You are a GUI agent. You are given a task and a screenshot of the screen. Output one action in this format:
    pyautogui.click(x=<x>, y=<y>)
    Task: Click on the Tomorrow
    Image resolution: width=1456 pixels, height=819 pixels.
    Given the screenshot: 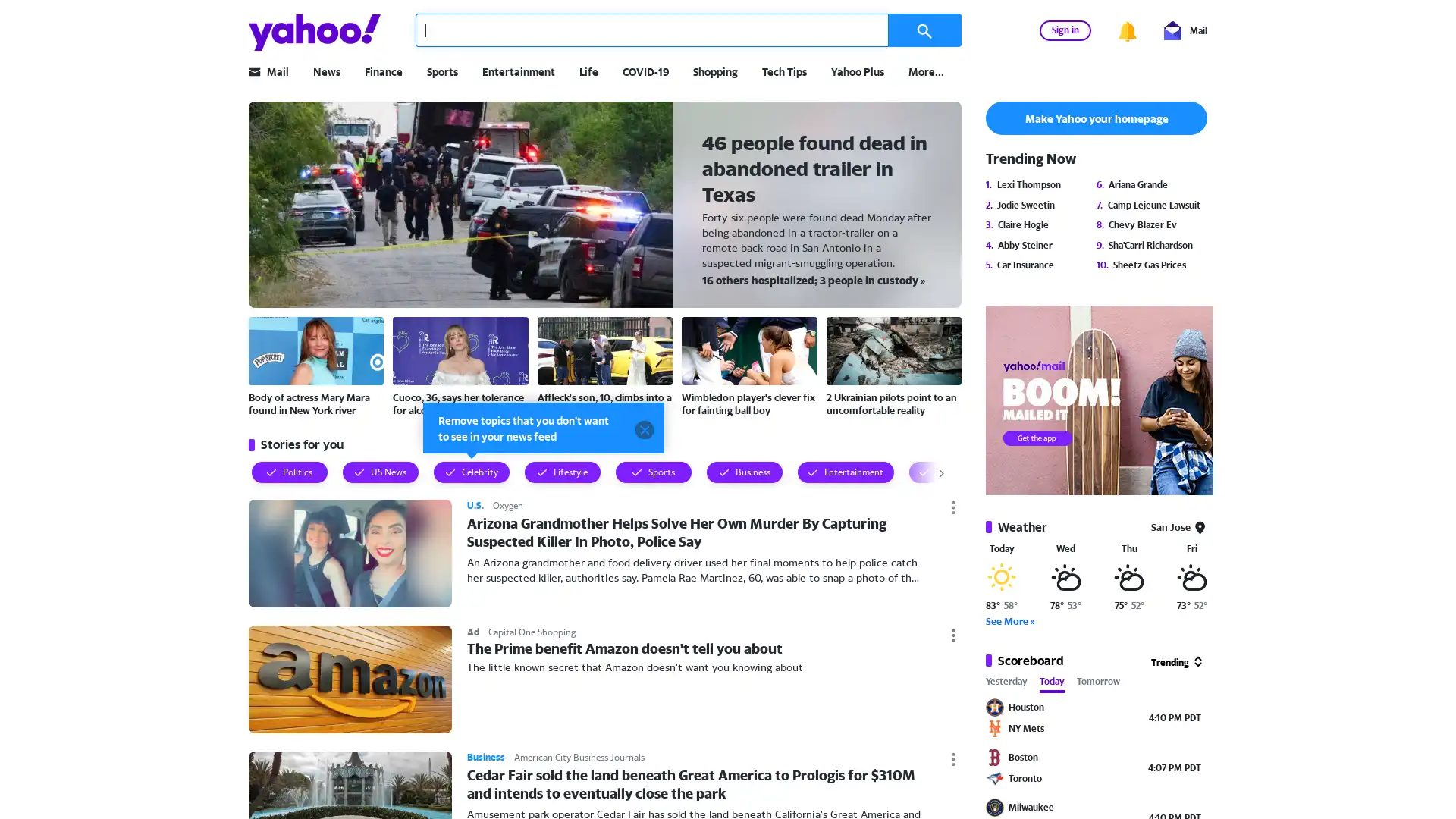 What is the action you would take?
    pyautogui.click(x=1098, y=683)
    